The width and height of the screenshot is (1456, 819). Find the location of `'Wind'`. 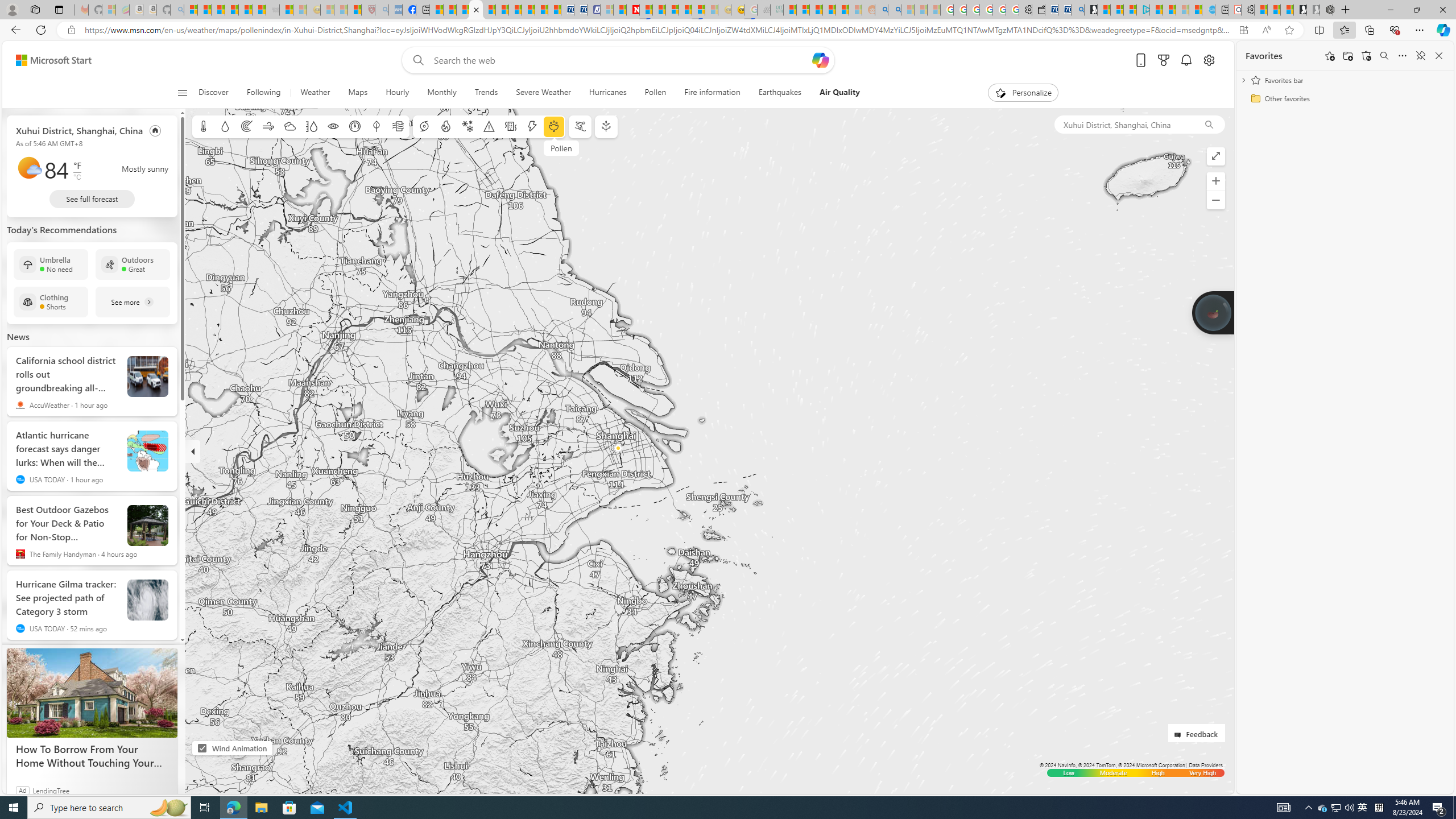

'Wind' is located at coordinates (267, 126).